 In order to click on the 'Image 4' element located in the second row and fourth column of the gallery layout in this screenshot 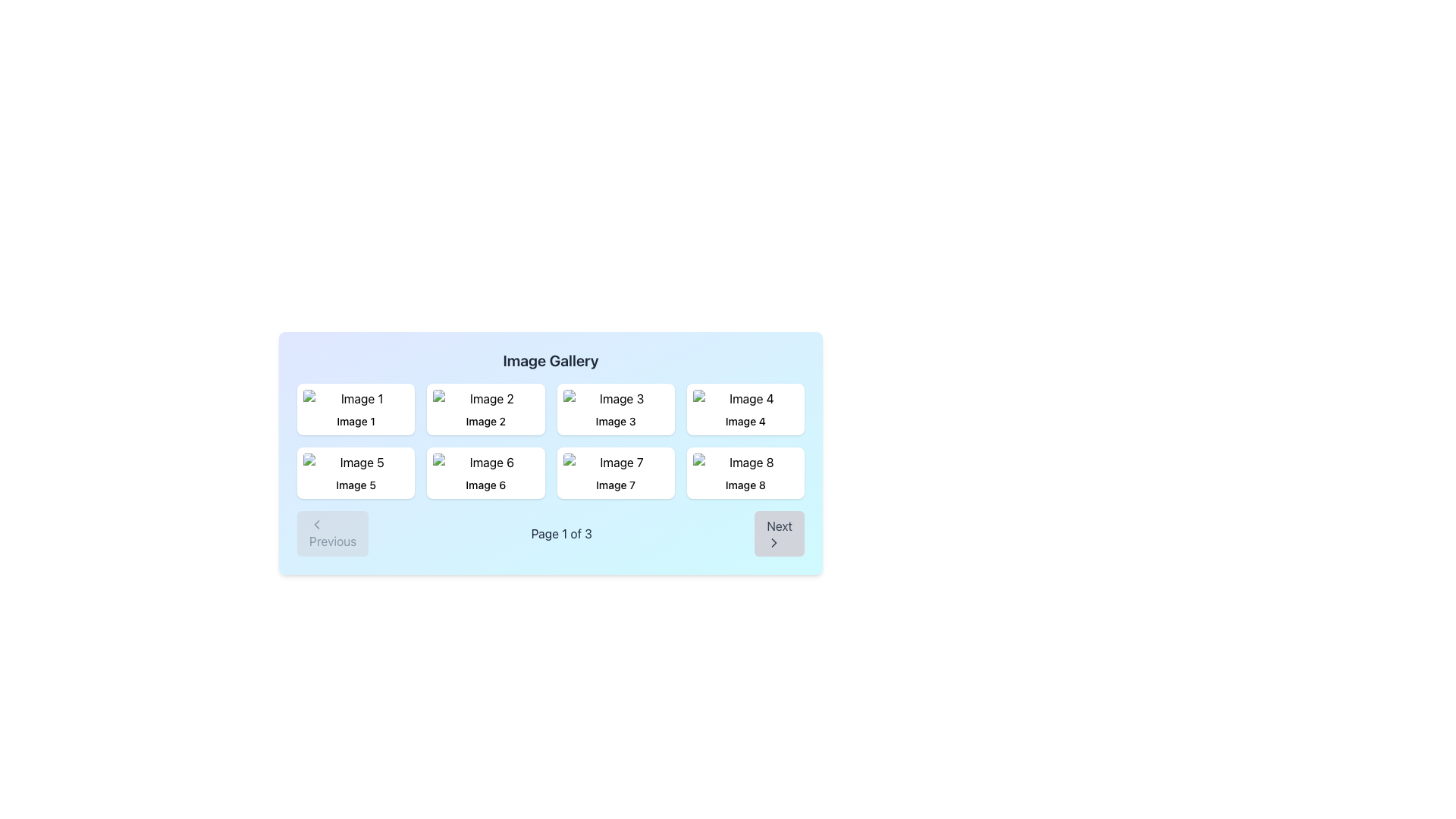, I will do `click(745, 397)`.